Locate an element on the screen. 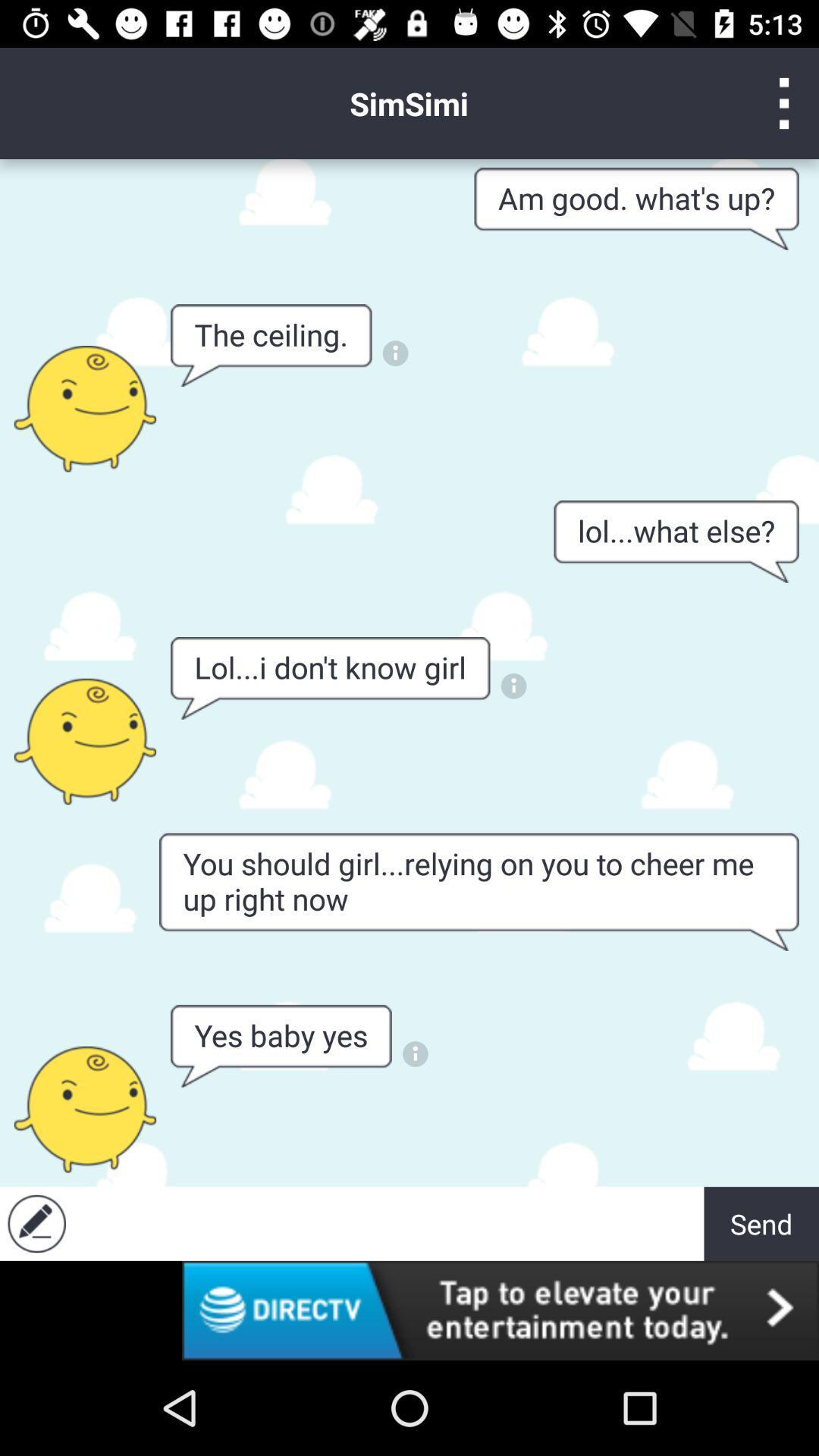  the edit is located at coordinates (36, 1223).